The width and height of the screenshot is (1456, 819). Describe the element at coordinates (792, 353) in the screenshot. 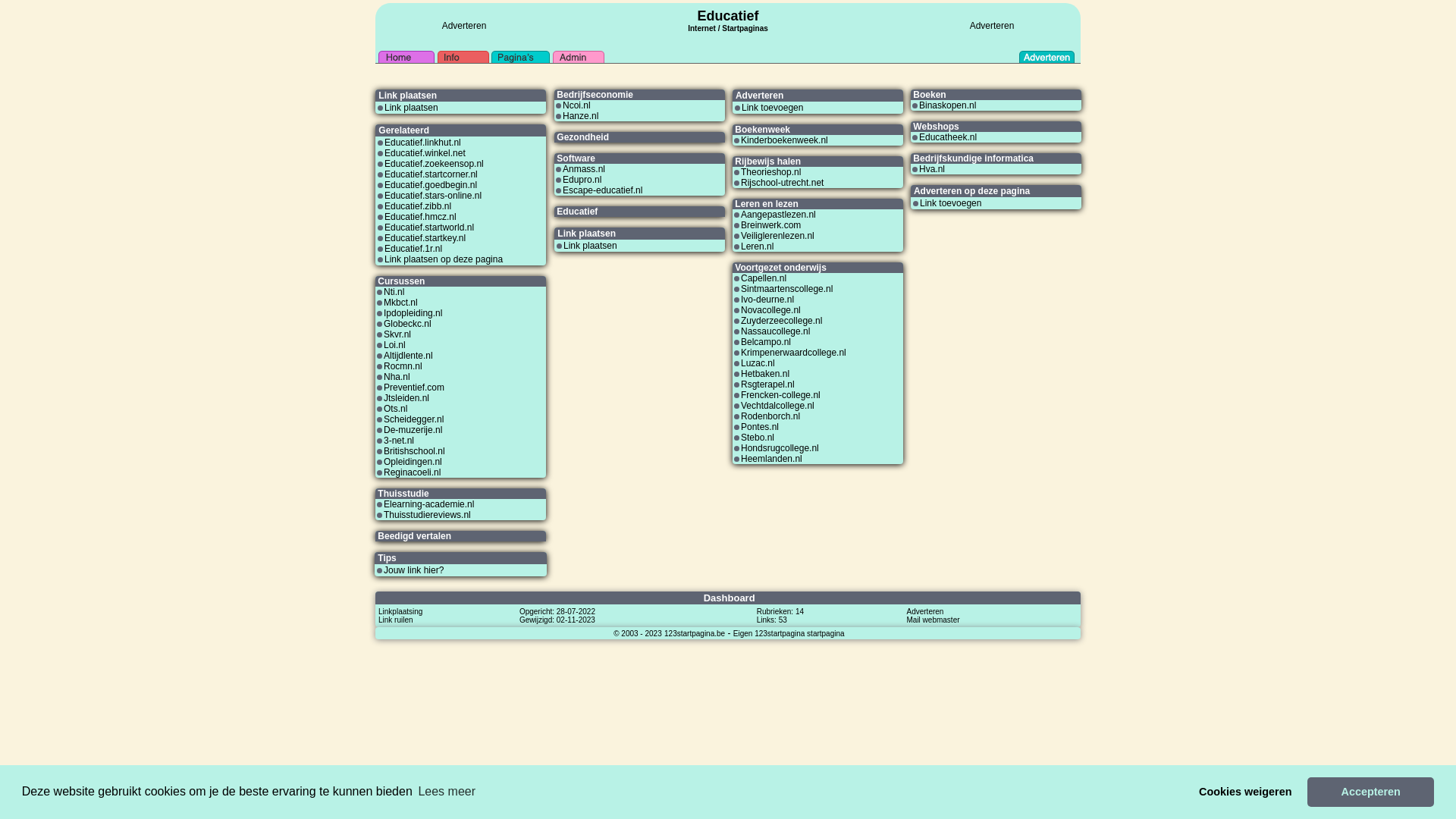

I see `'Krimpenerwaardcollege.nl'` at that location.